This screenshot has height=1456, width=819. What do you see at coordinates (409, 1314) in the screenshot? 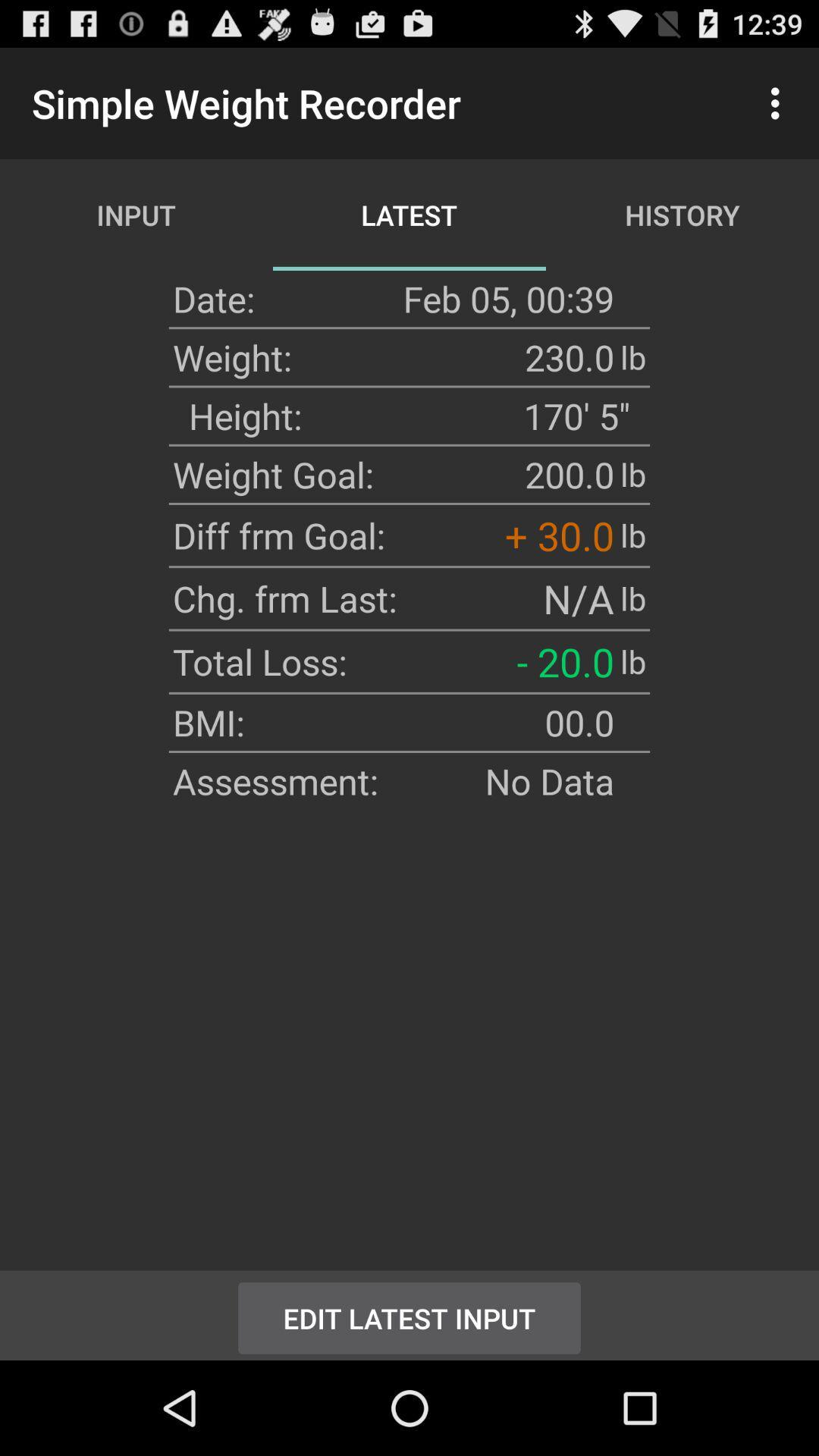
I see `edit latest input` at bounding box center [409, 1314].